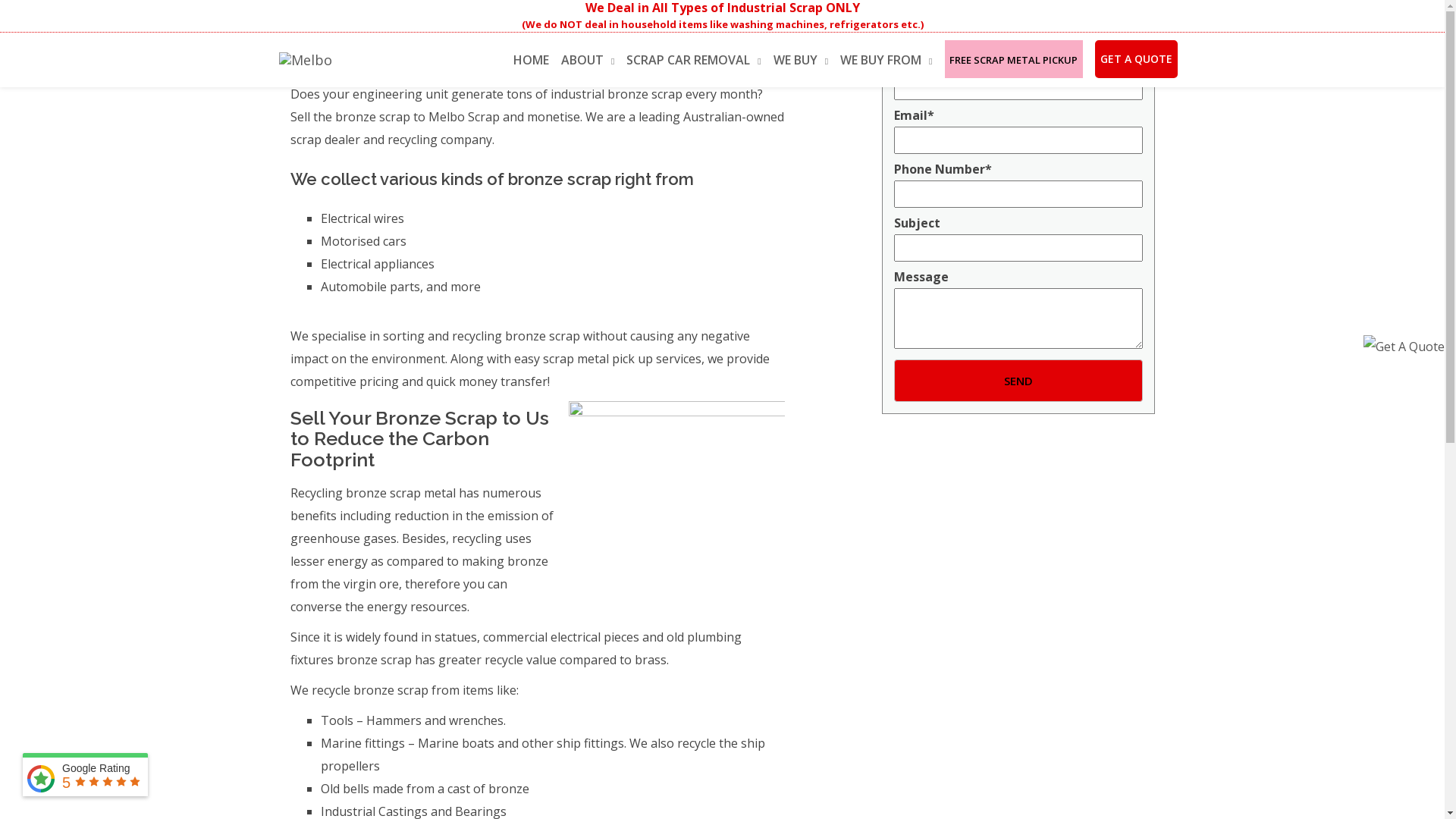 The width and height of the screenshot is (1456, 819). What do you see at coordinates (1136, 58) in the screenshot?
I see `'GET A QUOTE'` at bounding box center [1136, 58].